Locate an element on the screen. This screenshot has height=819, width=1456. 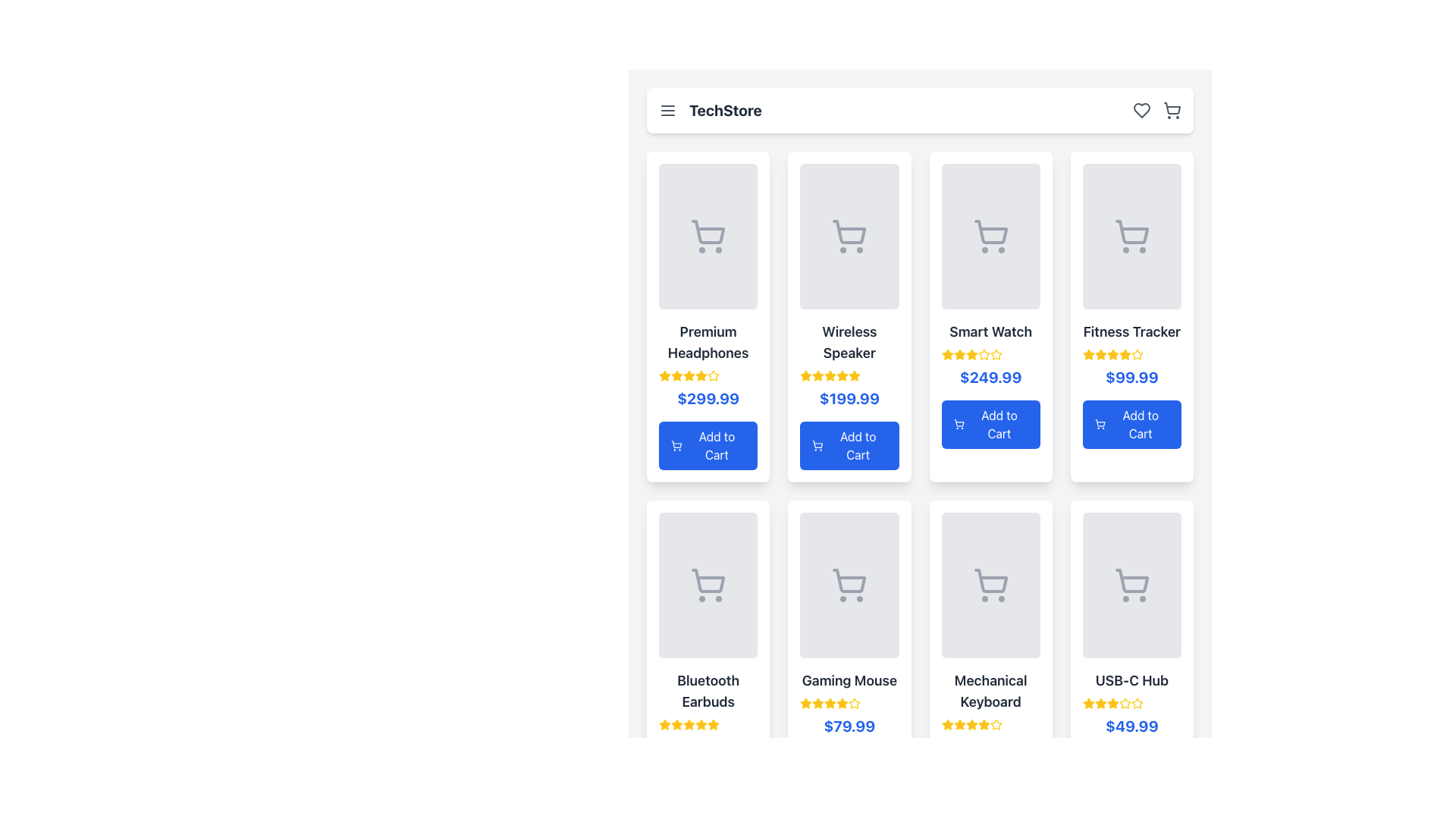
the 4.5-star rating indicator for the 'Gaming Mouse' product is located at coordinates (849, 704).